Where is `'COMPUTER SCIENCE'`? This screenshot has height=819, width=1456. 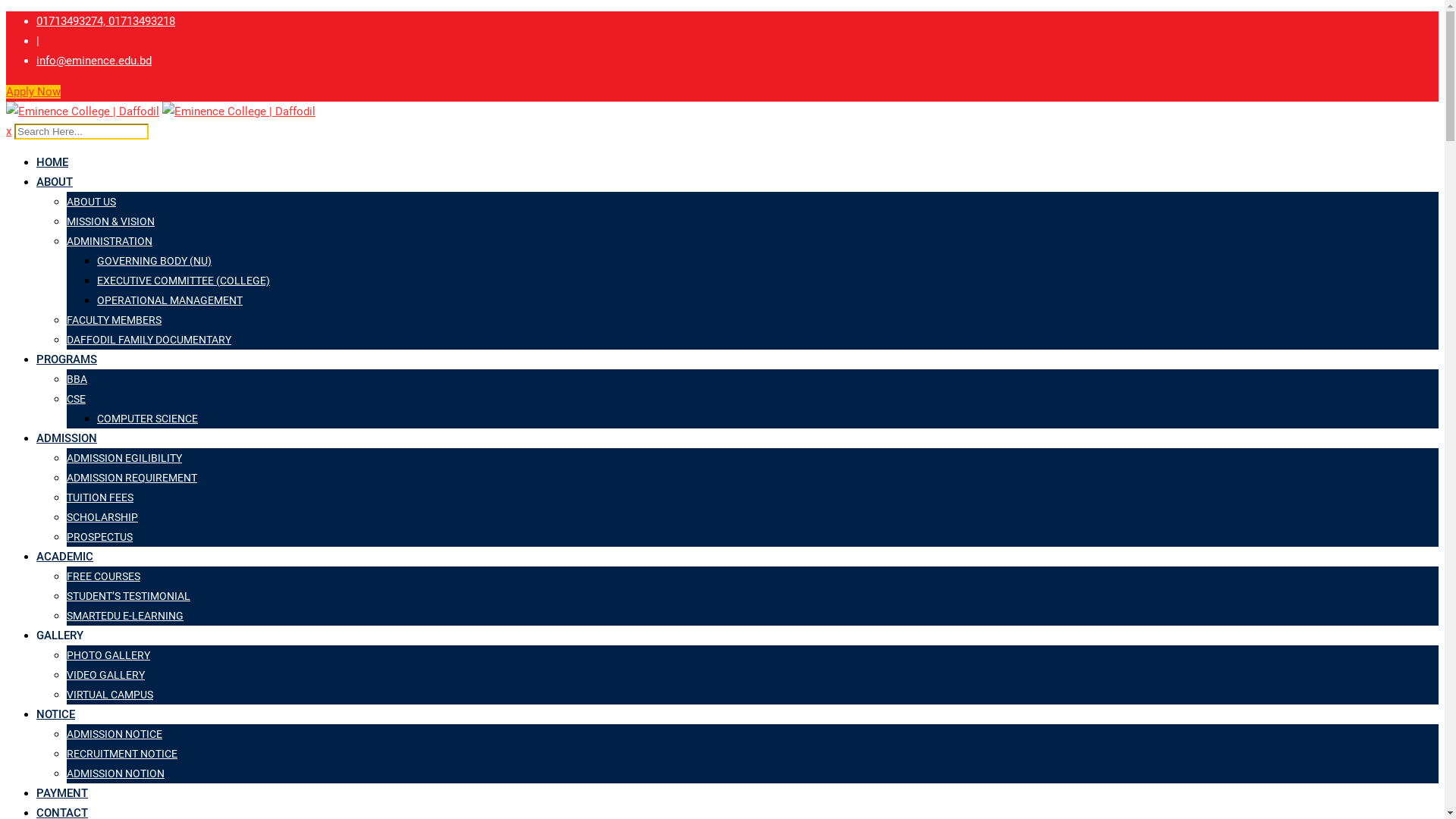
'COMPUTER SCIENCE' is located at coordinates (147, 418).